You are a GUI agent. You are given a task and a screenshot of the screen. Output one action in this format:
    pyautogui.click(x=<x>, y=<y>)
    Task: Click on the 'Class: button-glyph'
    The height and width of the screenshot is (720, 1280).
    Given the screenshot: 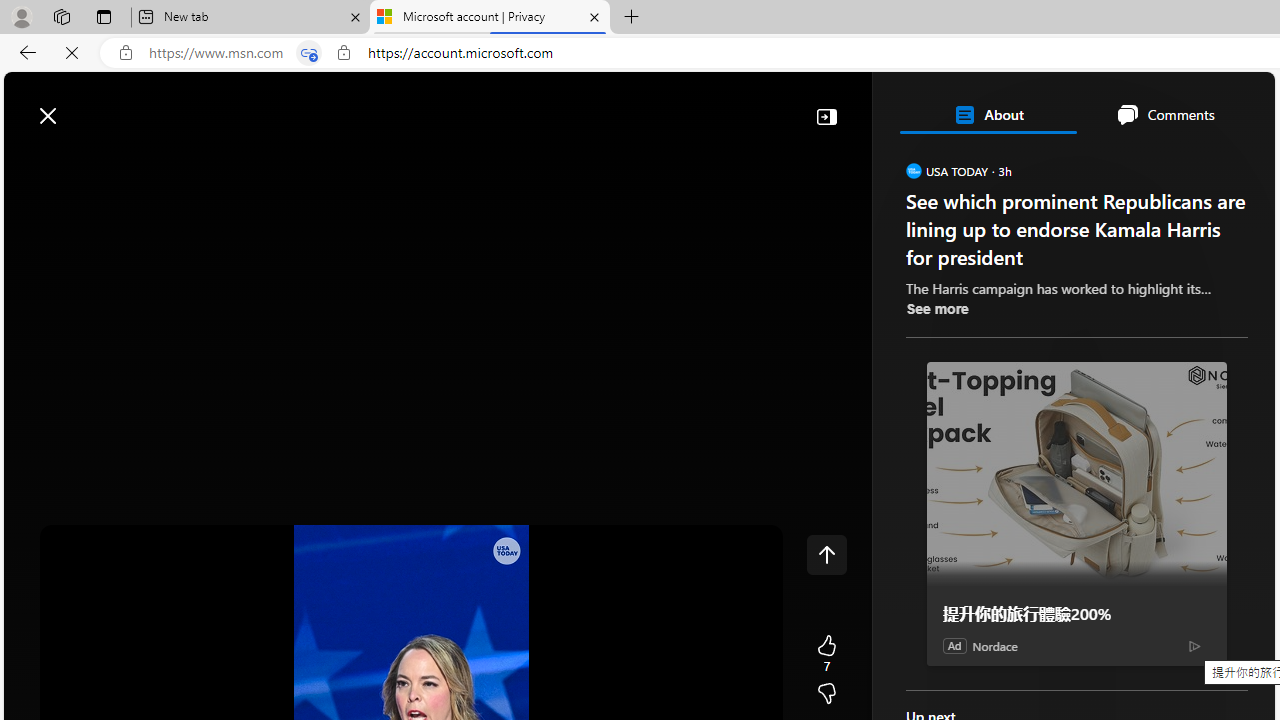 What is the action you would take?
    pyautogui.click(x=29, y=162)
    